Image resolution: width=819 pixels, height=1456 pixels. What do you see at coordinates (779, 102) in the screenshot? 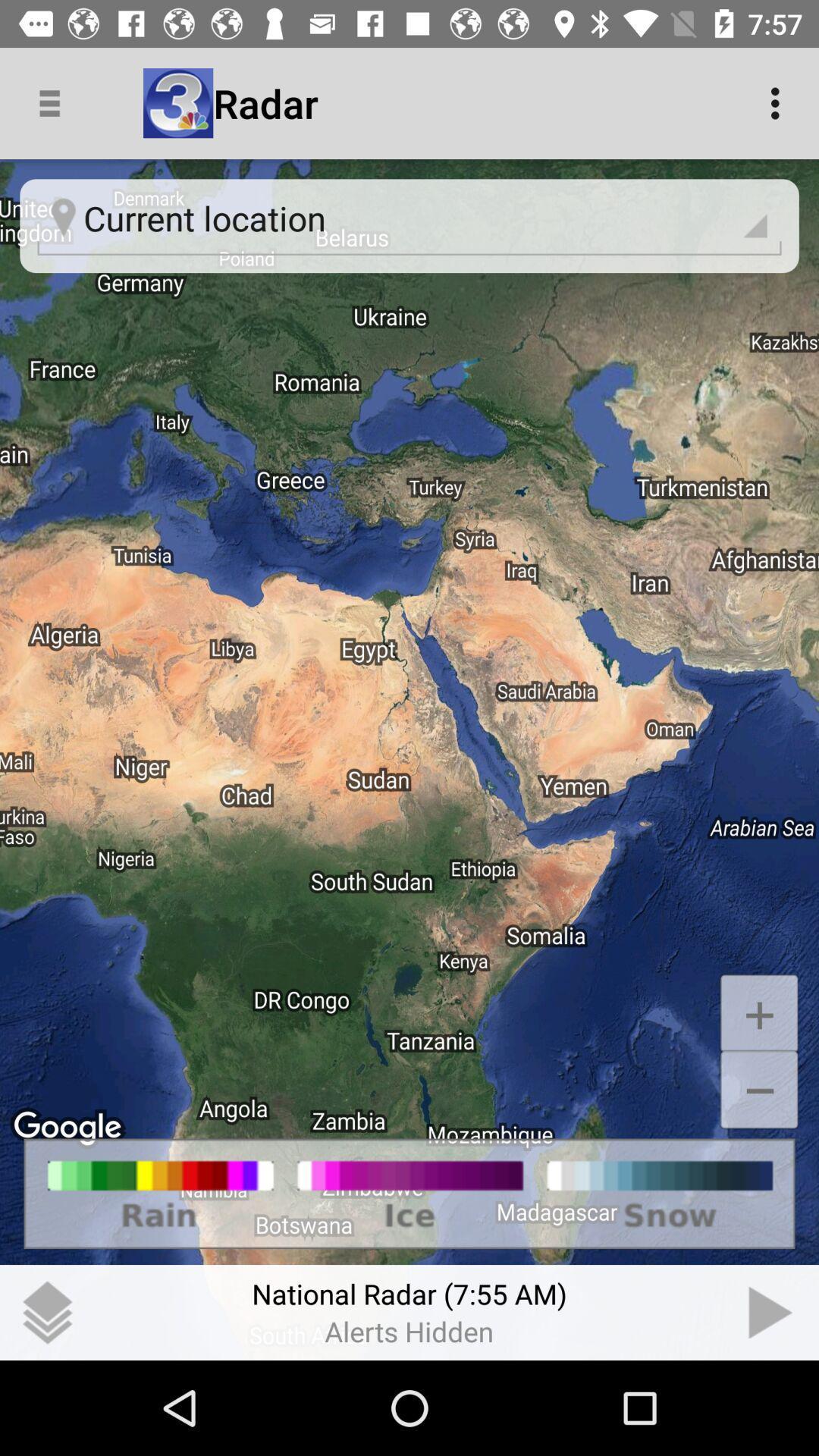
I see `the icon at the top right corner` at bounding box center [779, 102].